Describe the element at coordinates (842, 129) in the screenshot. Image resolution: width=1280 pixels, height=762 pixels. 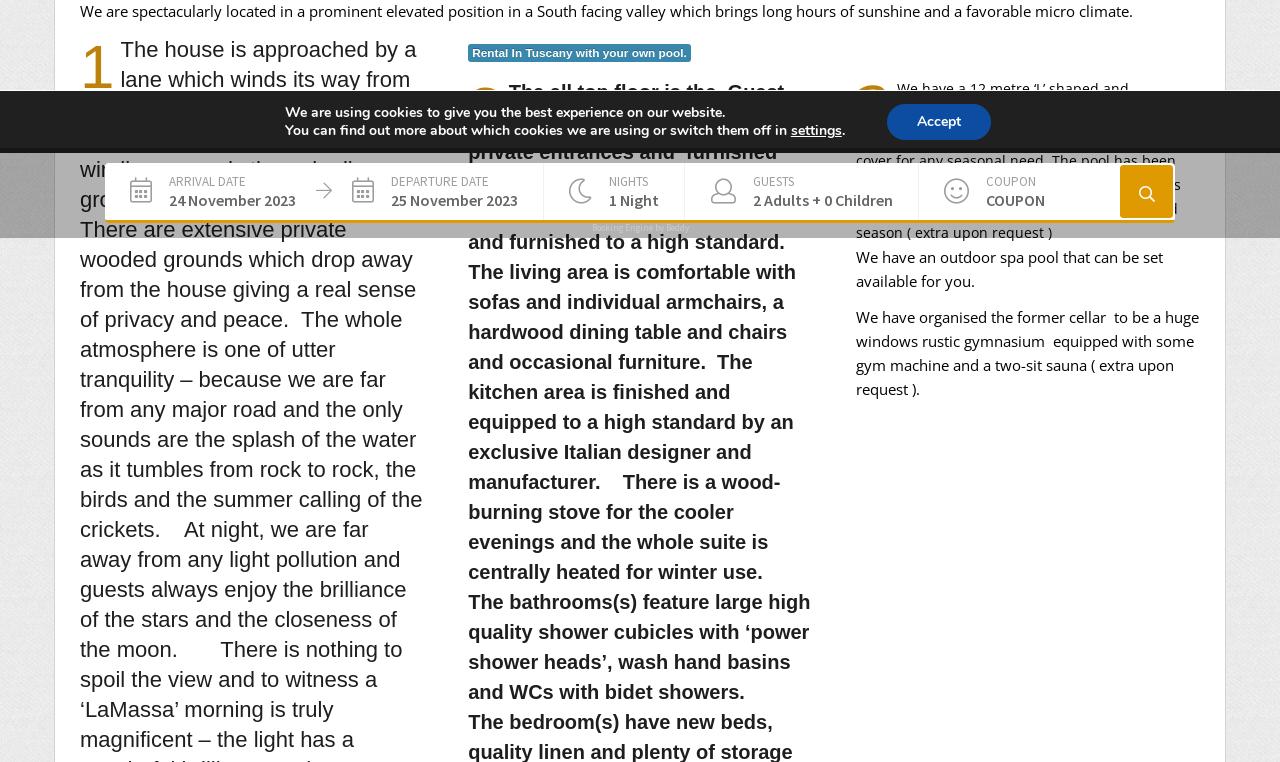
I see `'.'` at that location.